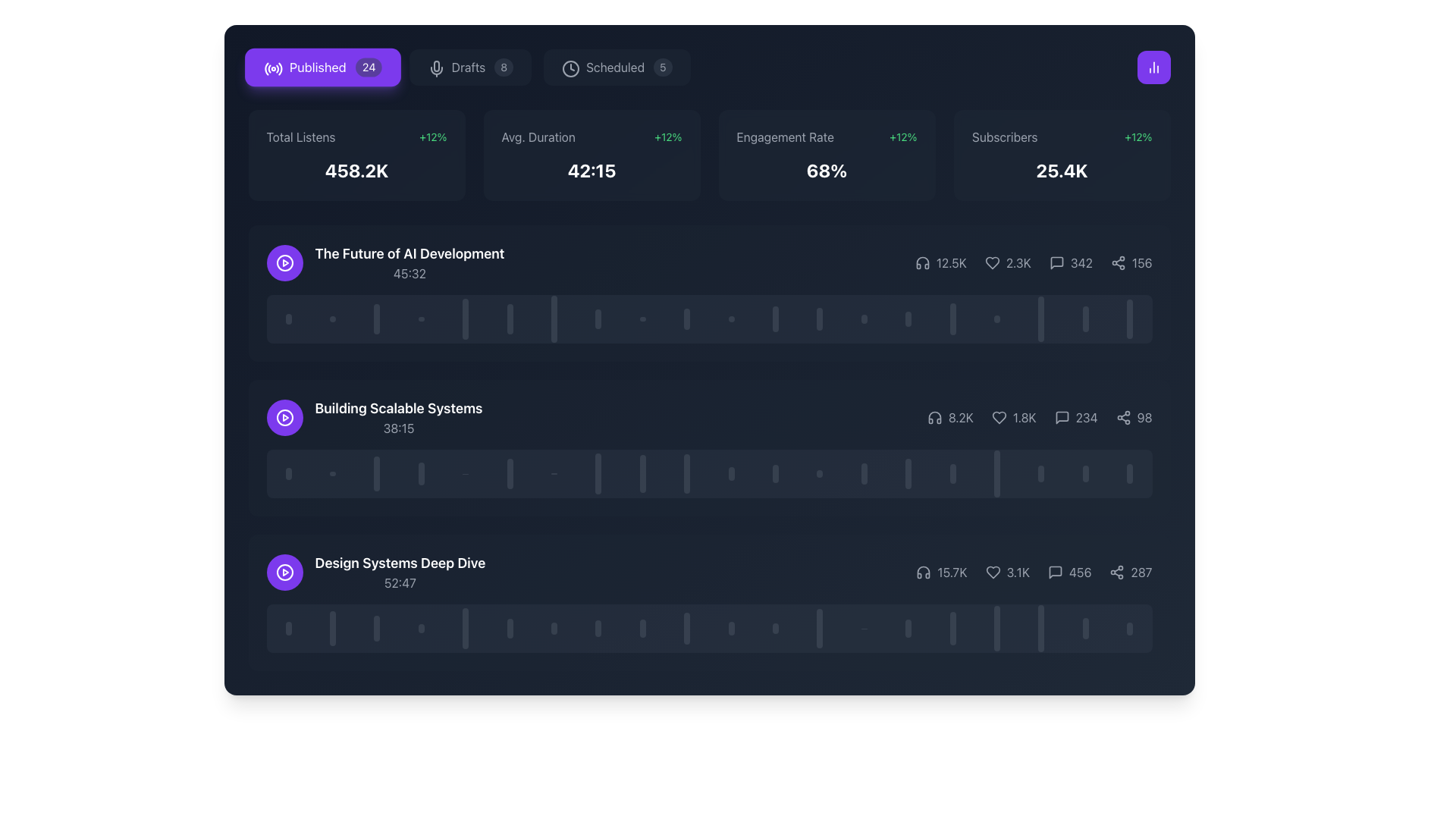 The image size is (1456, 819). Describe the element at coordinates (1134, 418) in the screenshot. I see `the static text '98' with the share icon, which is positioned at the end of the second card's row of statistics` at that location.